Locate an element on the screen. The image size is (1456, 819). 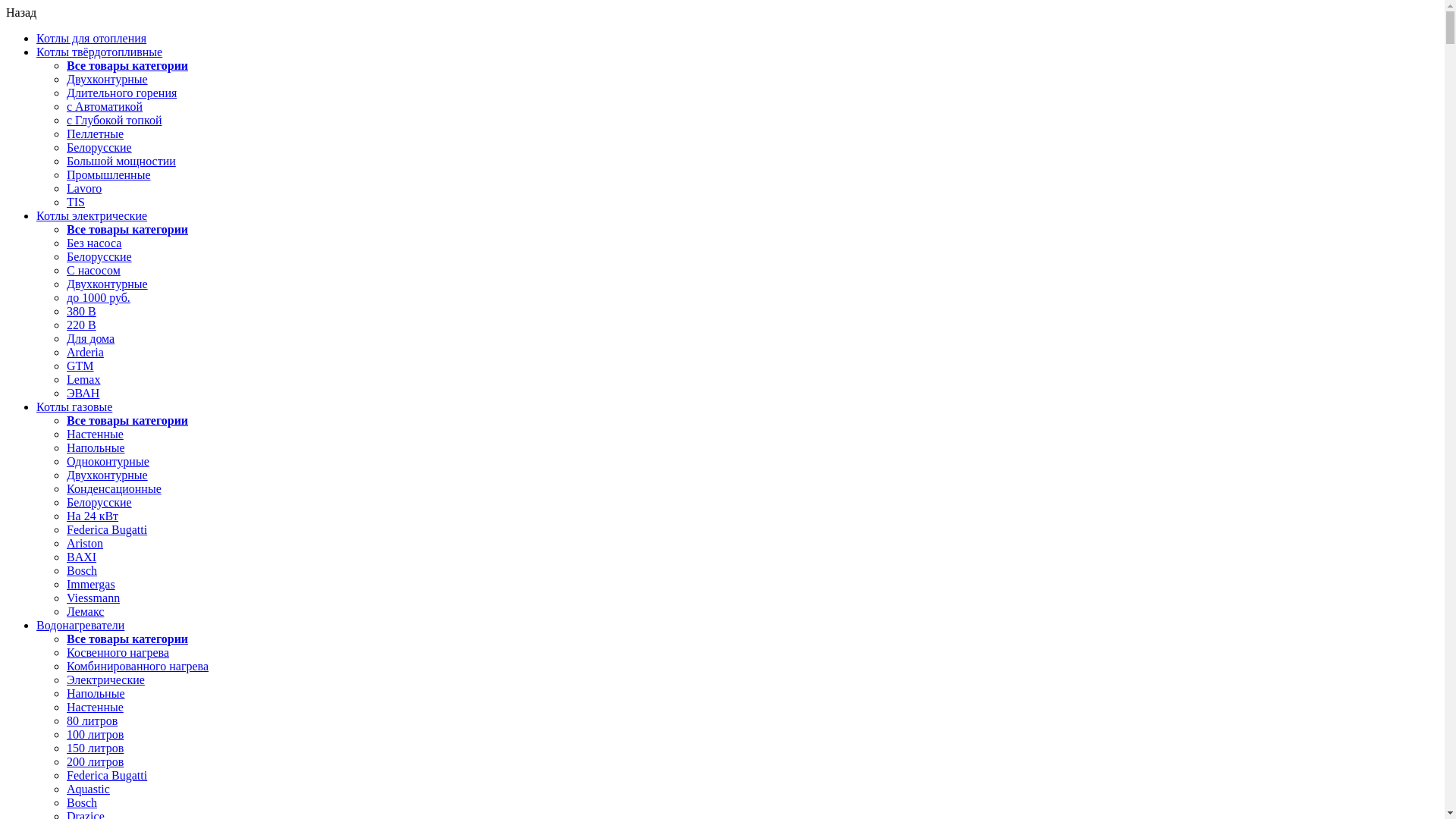
'Lavoro' is located at coordinates (83, 187).